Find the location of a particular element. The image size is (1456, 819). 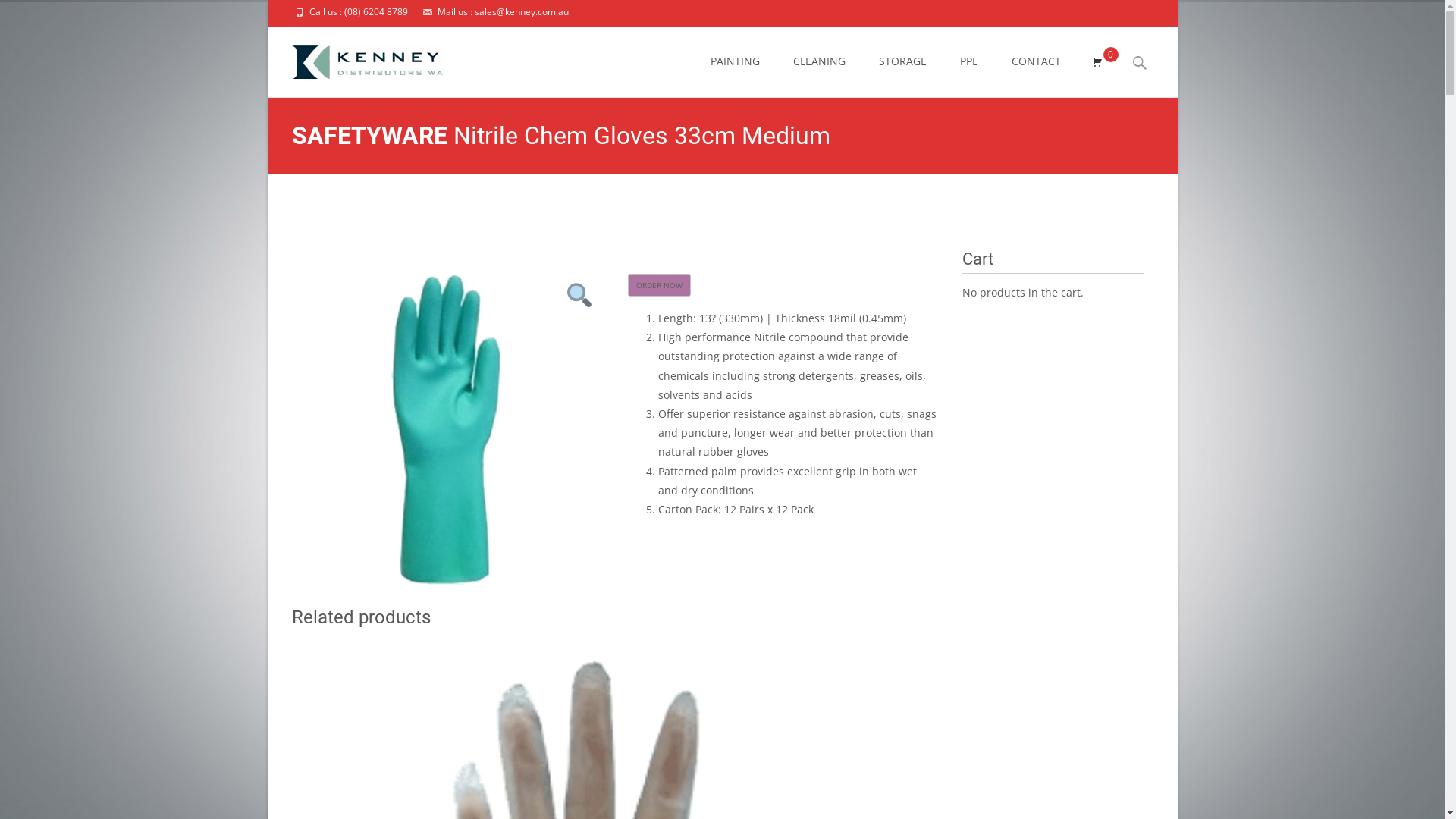

'Kenney Distributors WA' is located at coordinates (691, 211).